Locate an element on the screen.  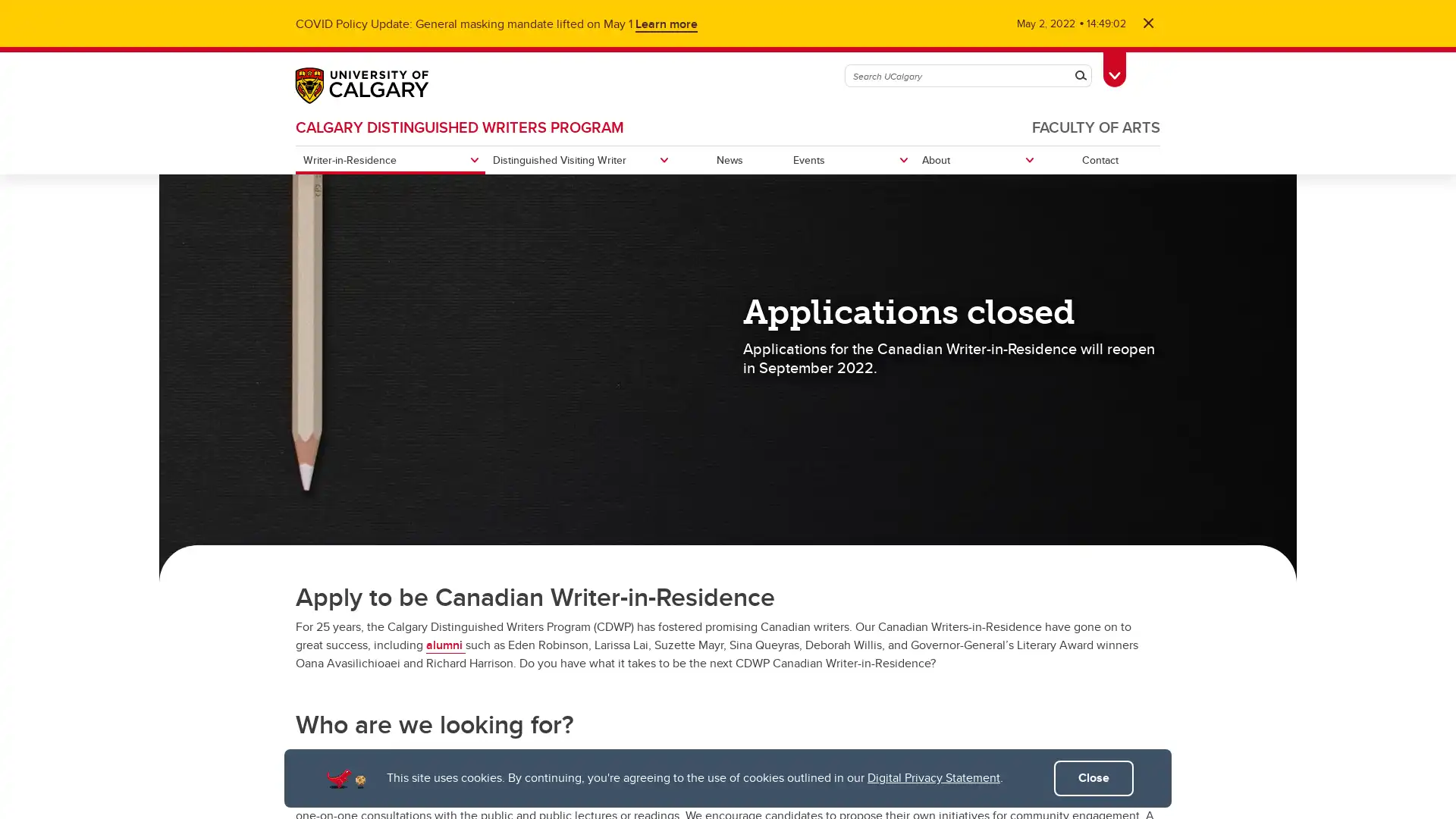
Close is located at coordinates (1094, 778).